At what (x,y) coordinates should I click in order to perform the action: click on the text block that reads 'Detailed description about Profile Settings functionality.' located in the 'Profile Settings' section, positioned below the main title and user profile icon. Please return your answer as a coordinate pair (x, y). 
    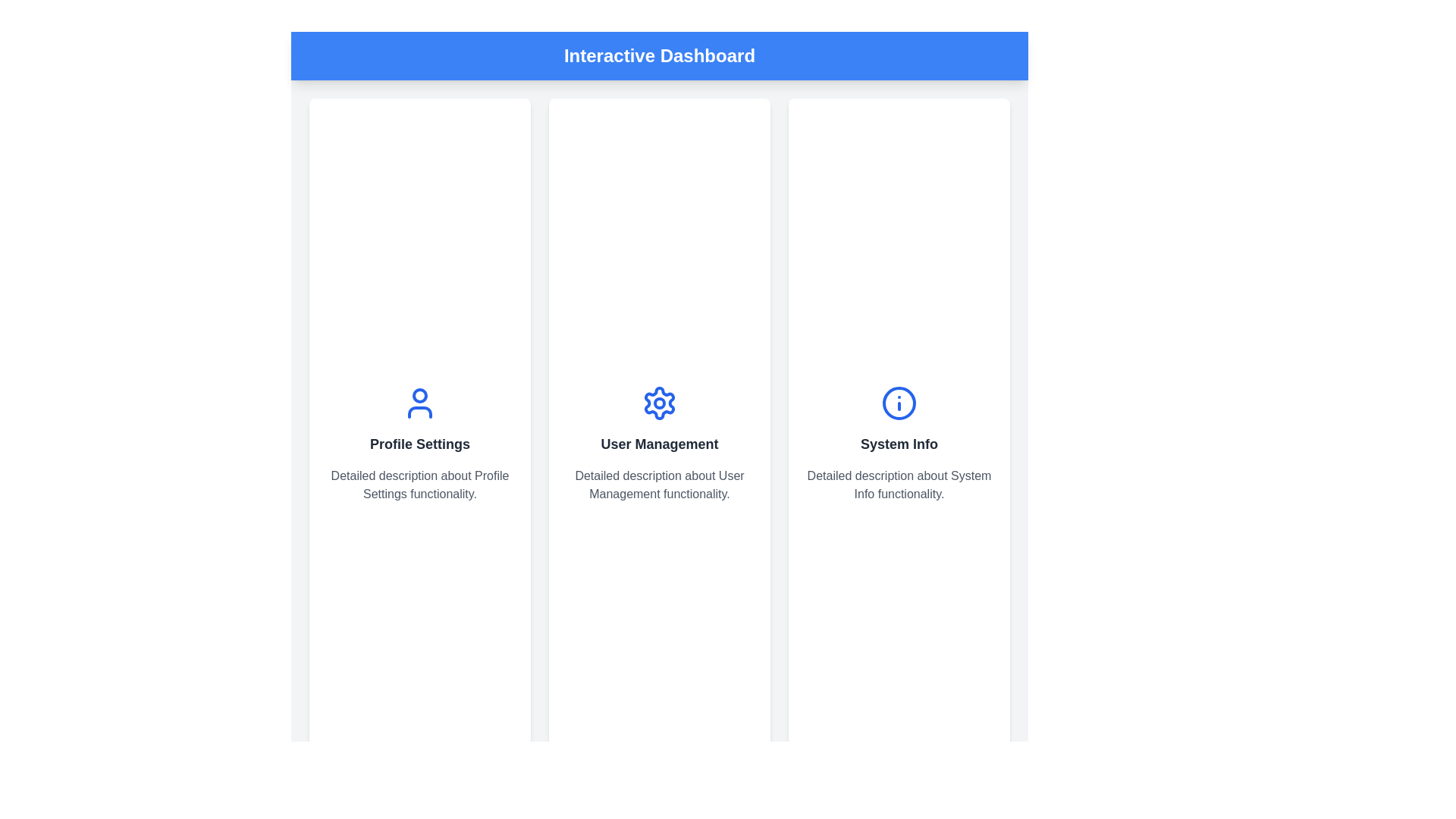
    Looking at the image, I should click on (419, 485).